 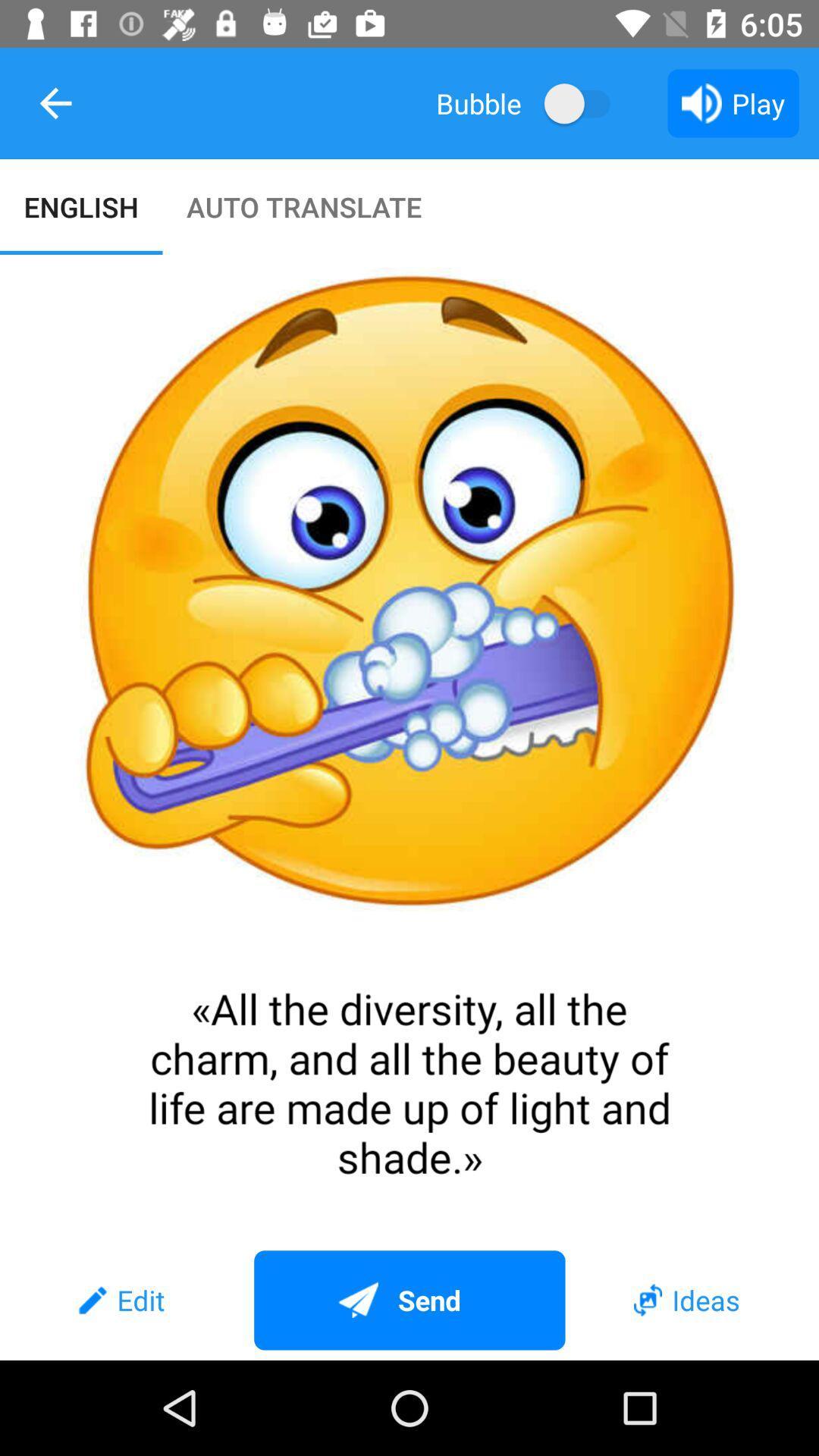 What do you see at coordinates (648, 1299) in the screenshot?
I see `icon before ideas text` at bounding box center [648, 1299].